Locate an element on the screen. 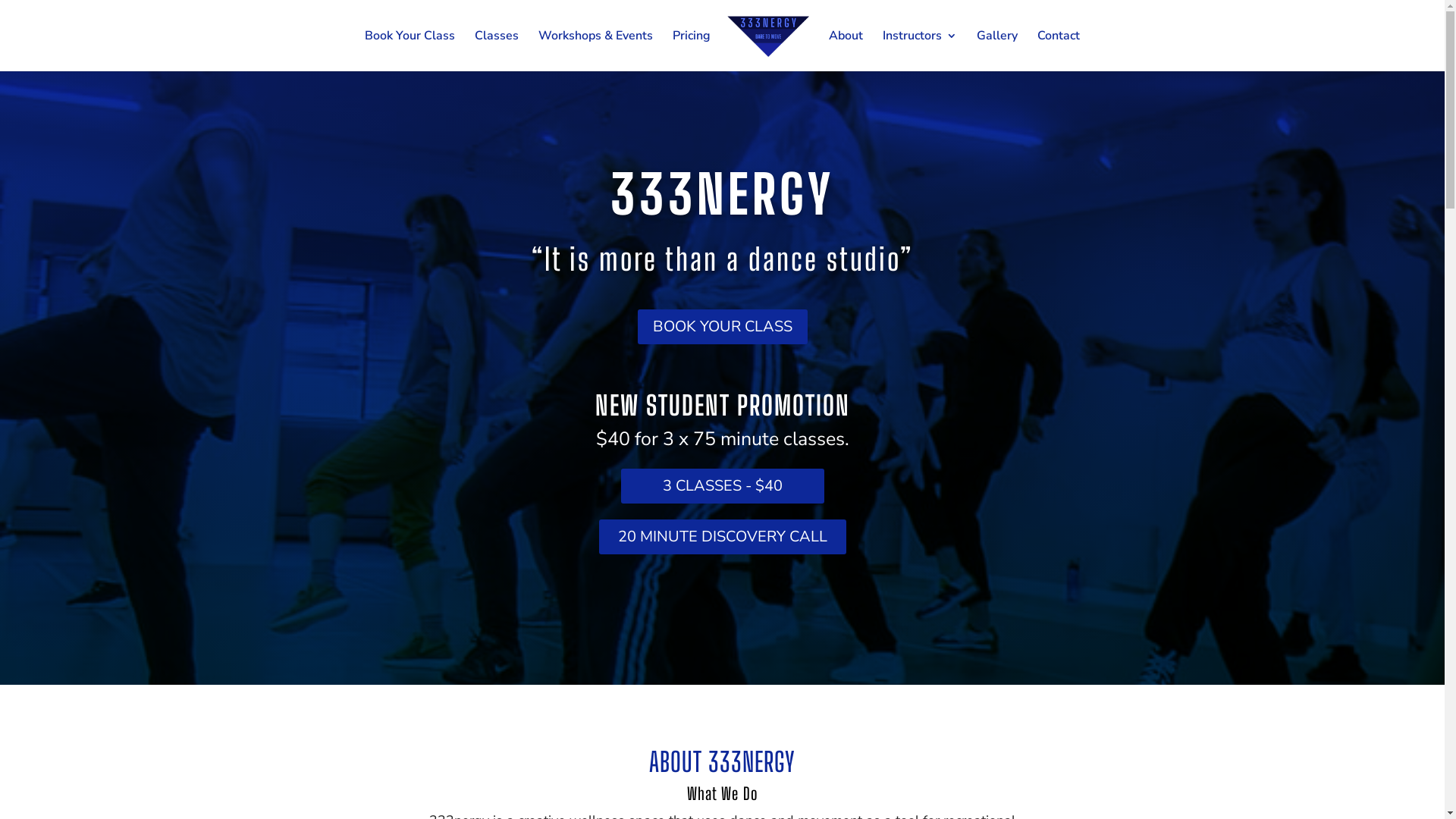 This screenshot has height=819, width=1456. '20 MINUTE DISCOVERY CALL' is located at coordinates (722, 536).